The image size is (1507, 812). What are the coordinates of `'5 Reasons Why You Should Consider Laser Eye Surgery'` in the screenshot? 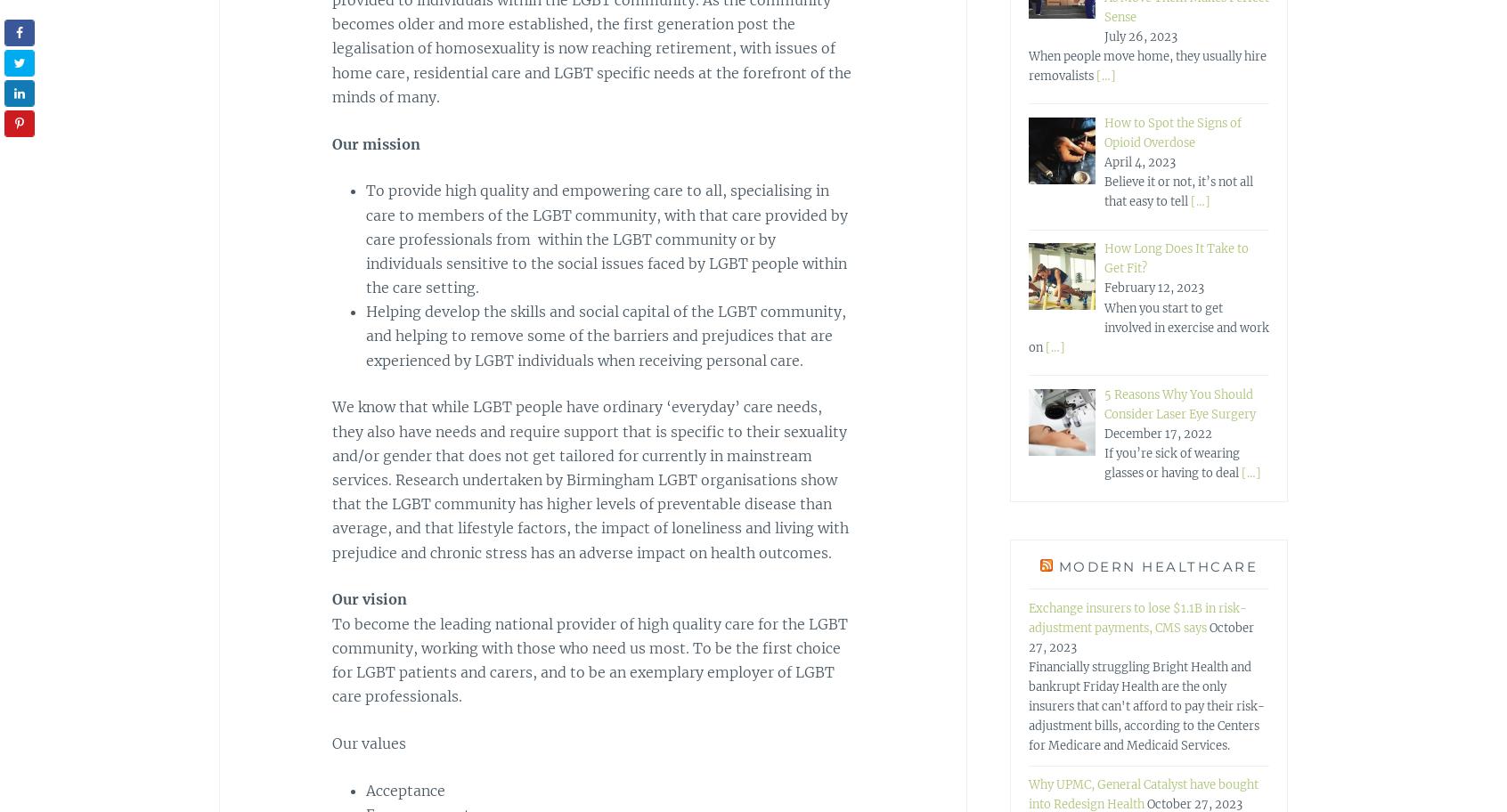 It's located at (1177, 402).